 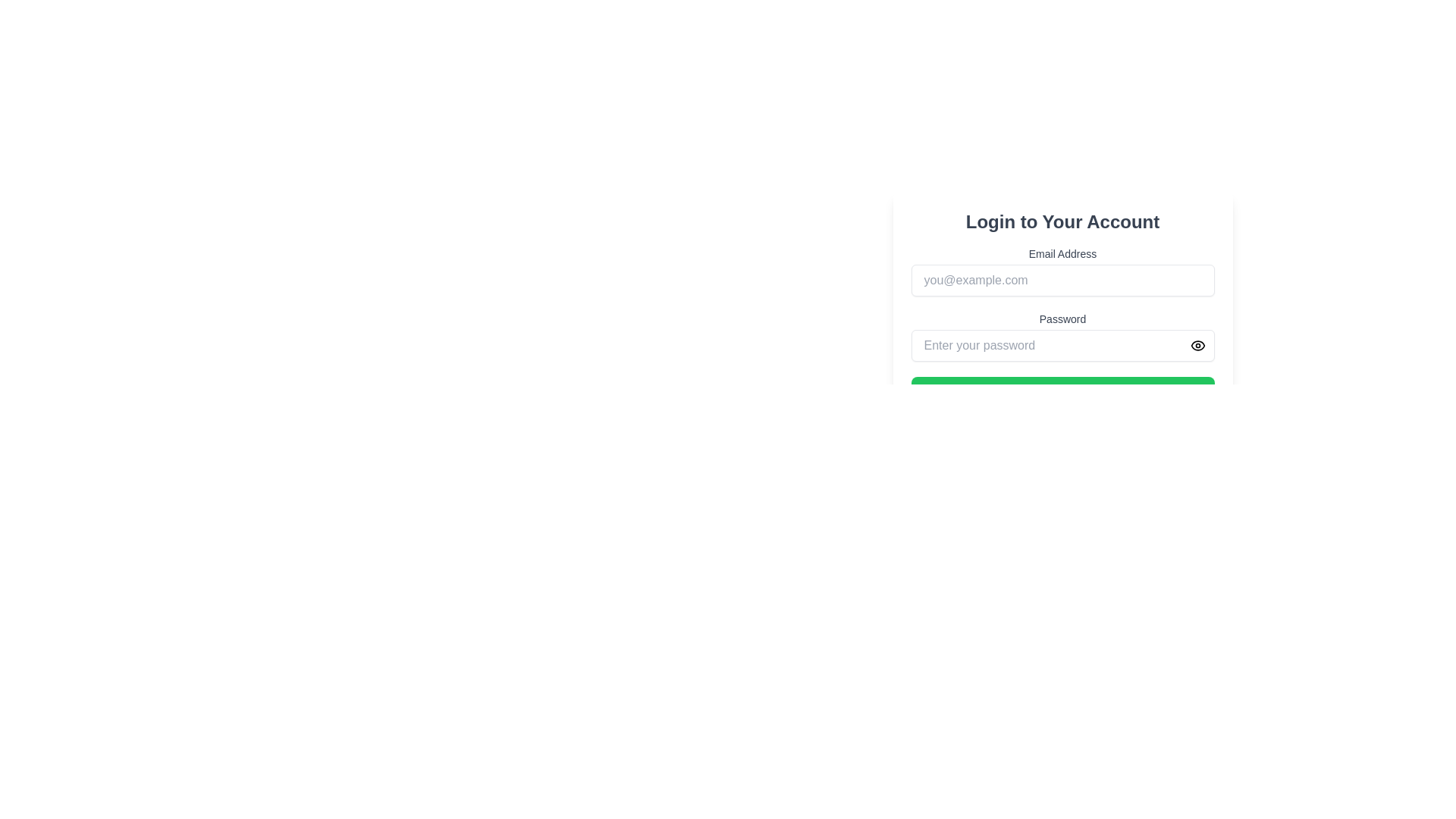 I want to click on the text label that serves as a heading for the login functionality, positioned at the top of the login form section, right above the 'Email Address' label, so click(x=1062, y=222).